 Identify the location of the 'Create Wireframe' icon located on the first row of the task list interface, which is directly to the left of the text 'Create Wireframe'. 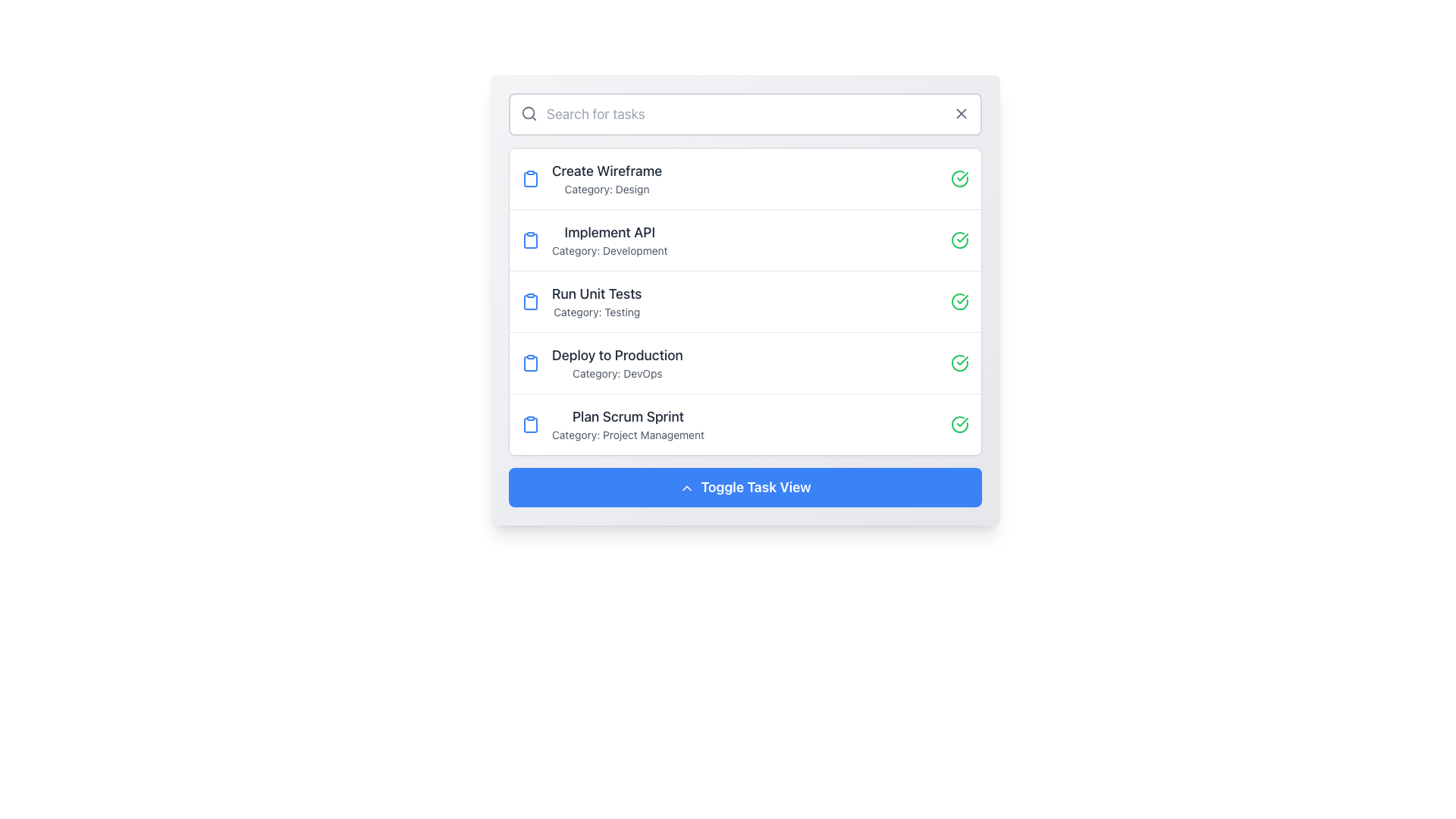
(531, 177).